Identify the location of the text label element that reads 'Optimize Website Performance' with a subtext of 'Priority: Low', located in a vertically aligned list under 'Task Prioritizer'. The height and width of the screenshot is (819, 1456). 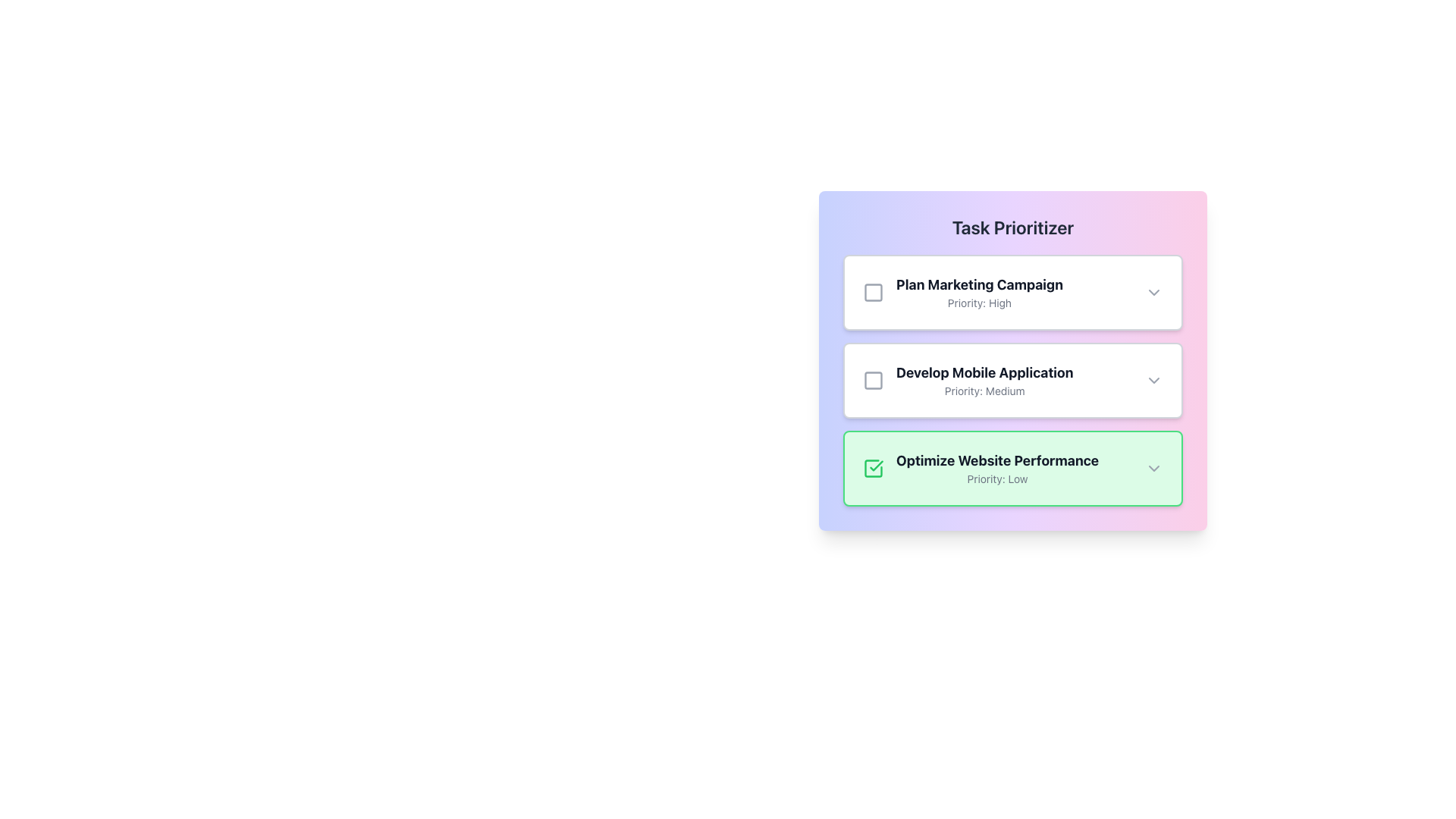
(997, 467).